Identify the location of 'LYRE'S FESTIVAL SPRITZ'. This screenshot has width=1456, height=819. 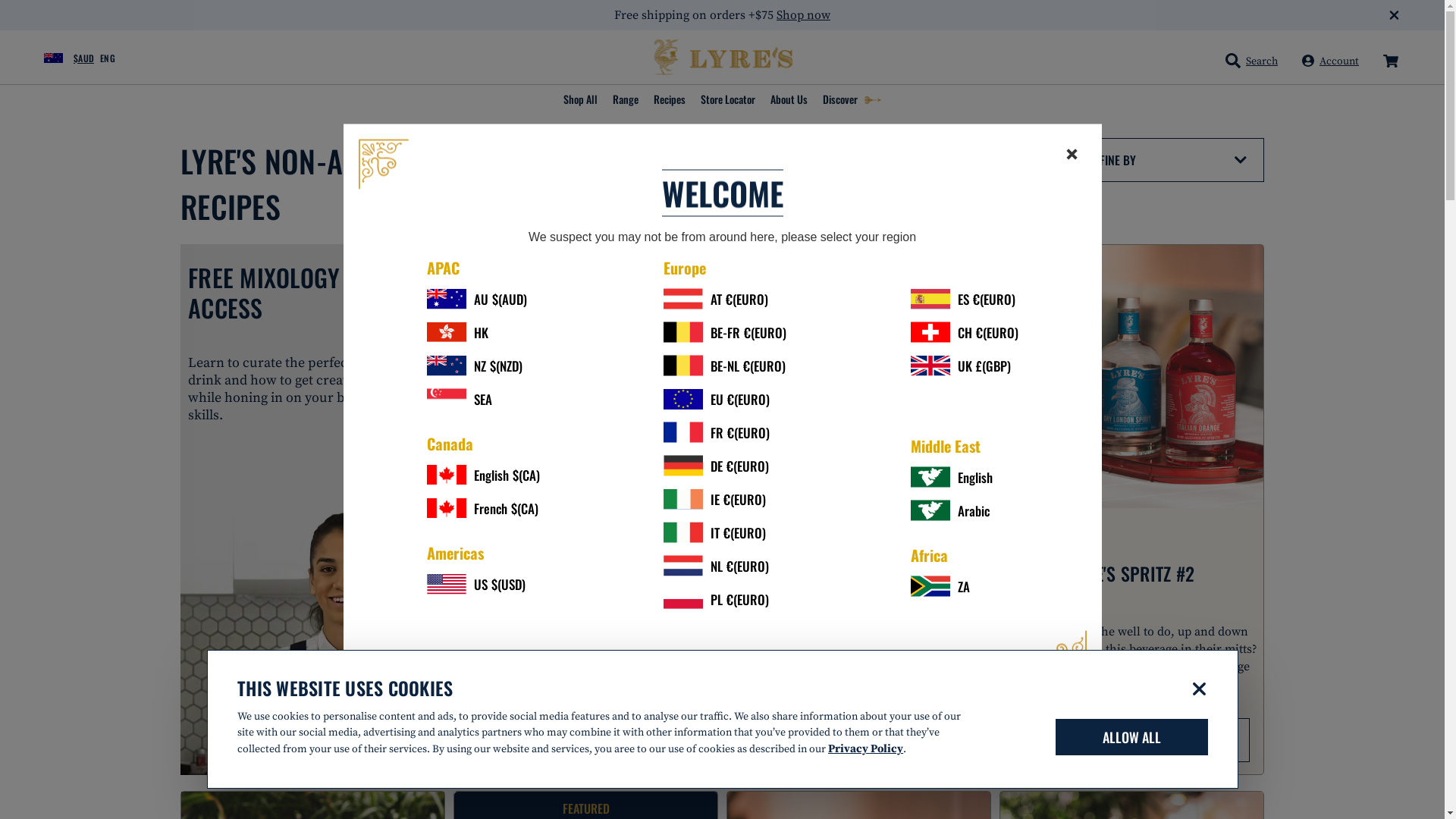
(500, 573).